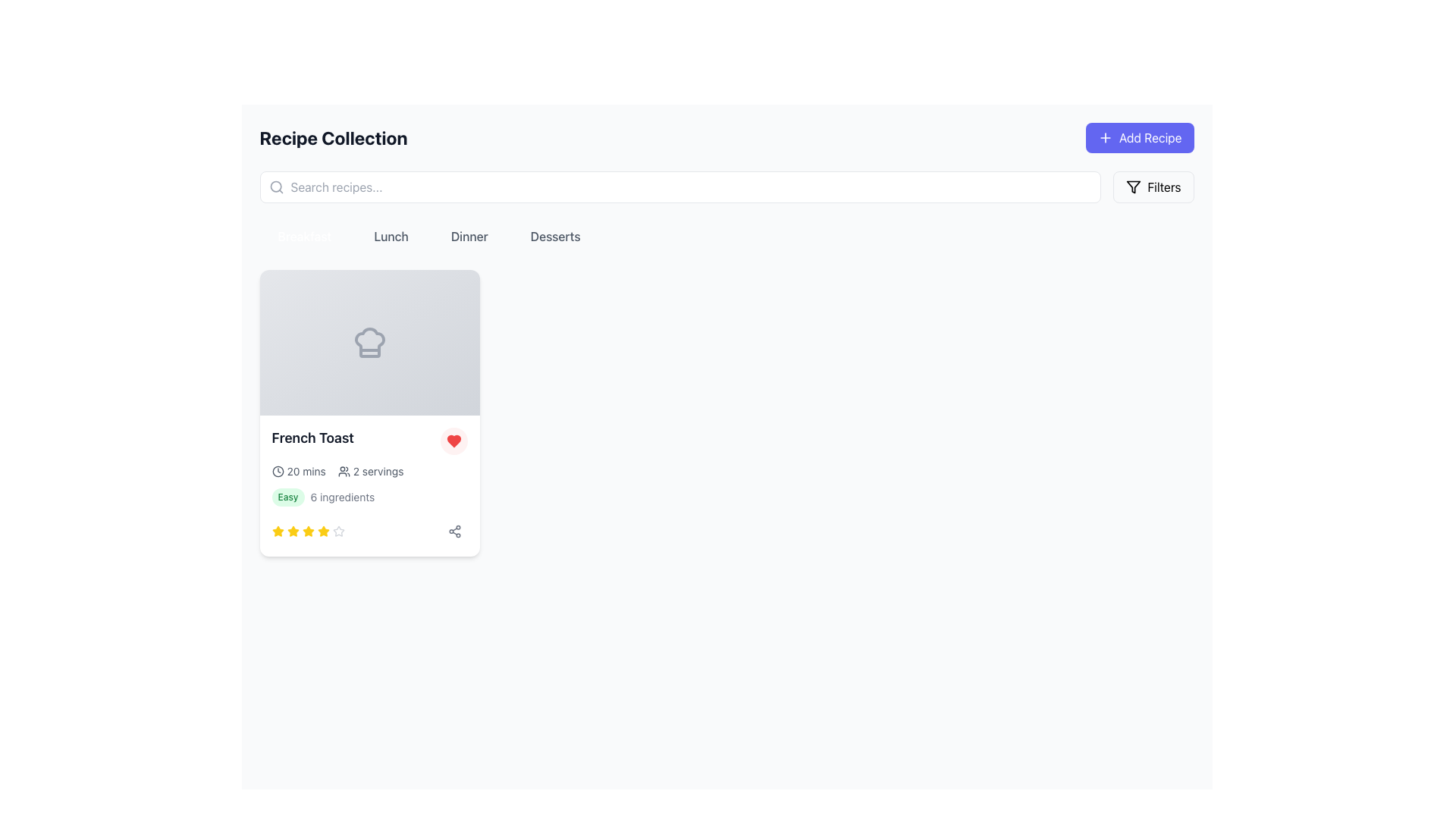 The height and width of the screenshot is (819, 1456). Describe the element at coordinates (726, 237) in the screenshot. I see `the 'Breakfast', 'Lunch', 'Dinner', or 'Desserts' button in the Button Group located below the search bar and above the list of recipe cards` at that location.